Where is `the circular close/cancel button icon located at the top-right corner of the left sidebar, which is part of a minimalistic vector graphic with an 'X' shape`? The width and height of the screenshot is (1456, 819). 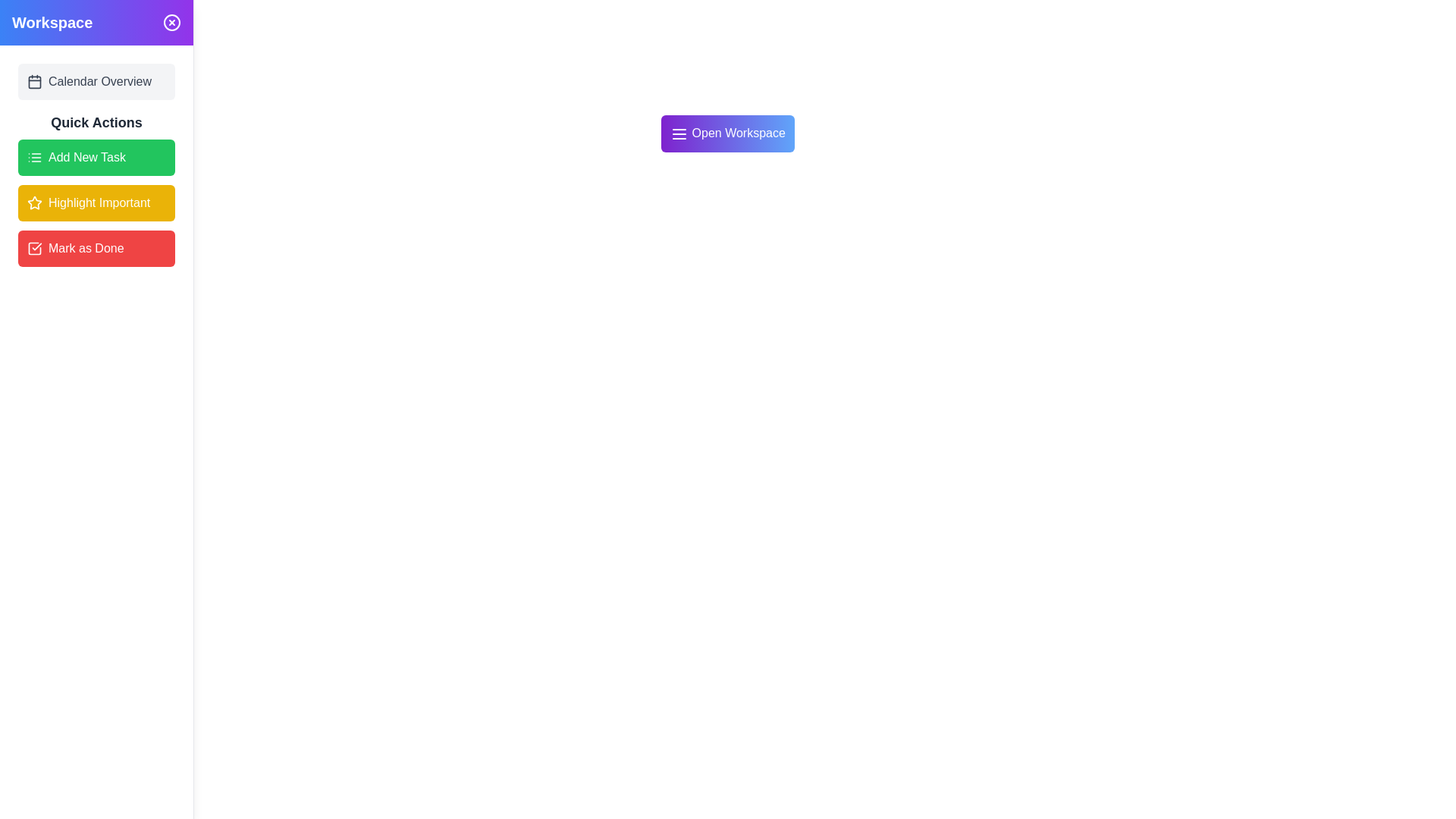 the circular close/cancel button icon located at the top-right corner of the left sidebar, which is part of a minimalistic vector graphic with an 'X' shape is located at coordinates (171, 23).